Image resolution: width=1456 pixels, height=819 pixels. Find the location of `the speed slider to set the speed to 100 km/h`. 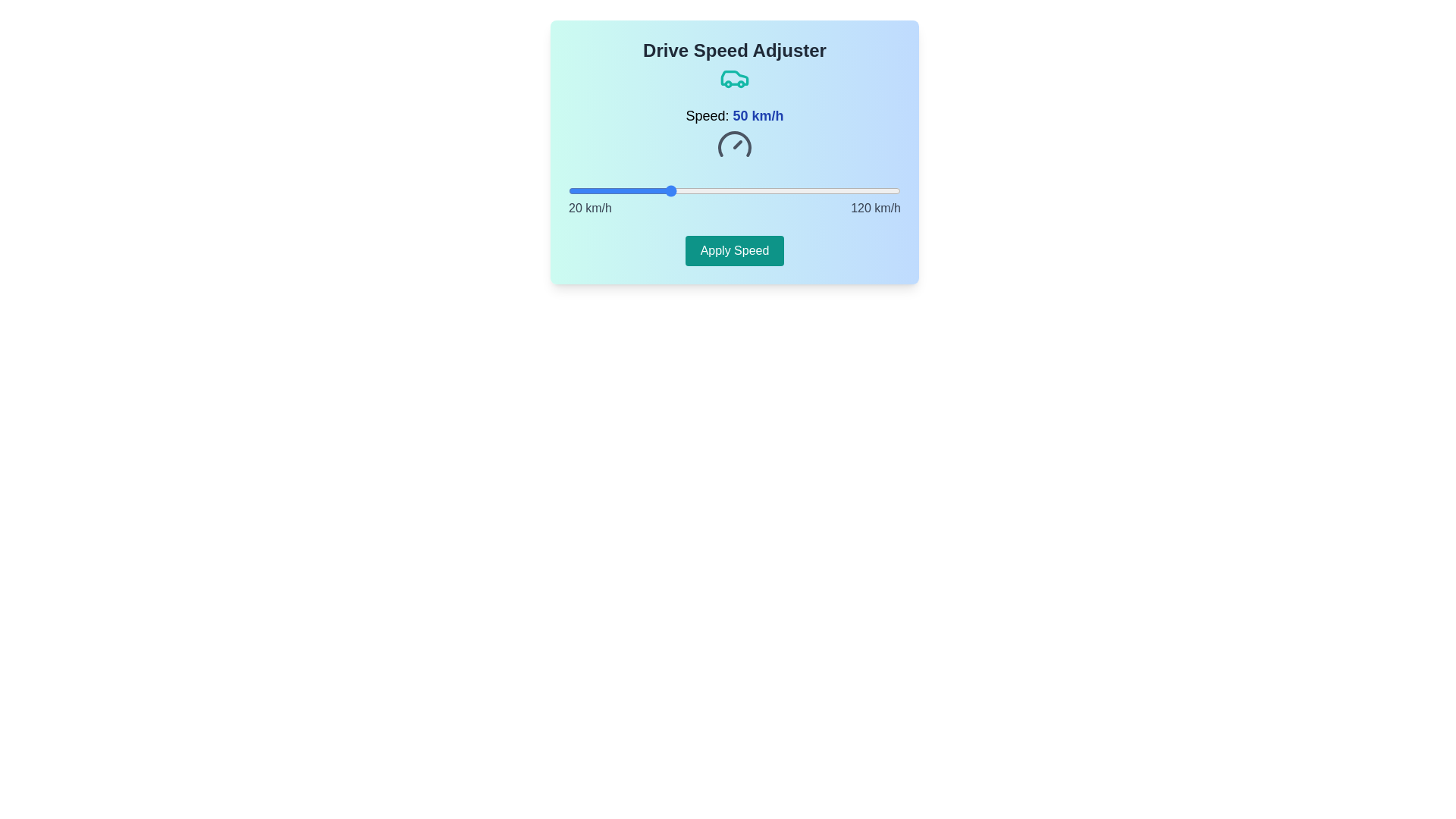

the speed slider to set the speed to 100 km/h is located at coordinates (833, 190).